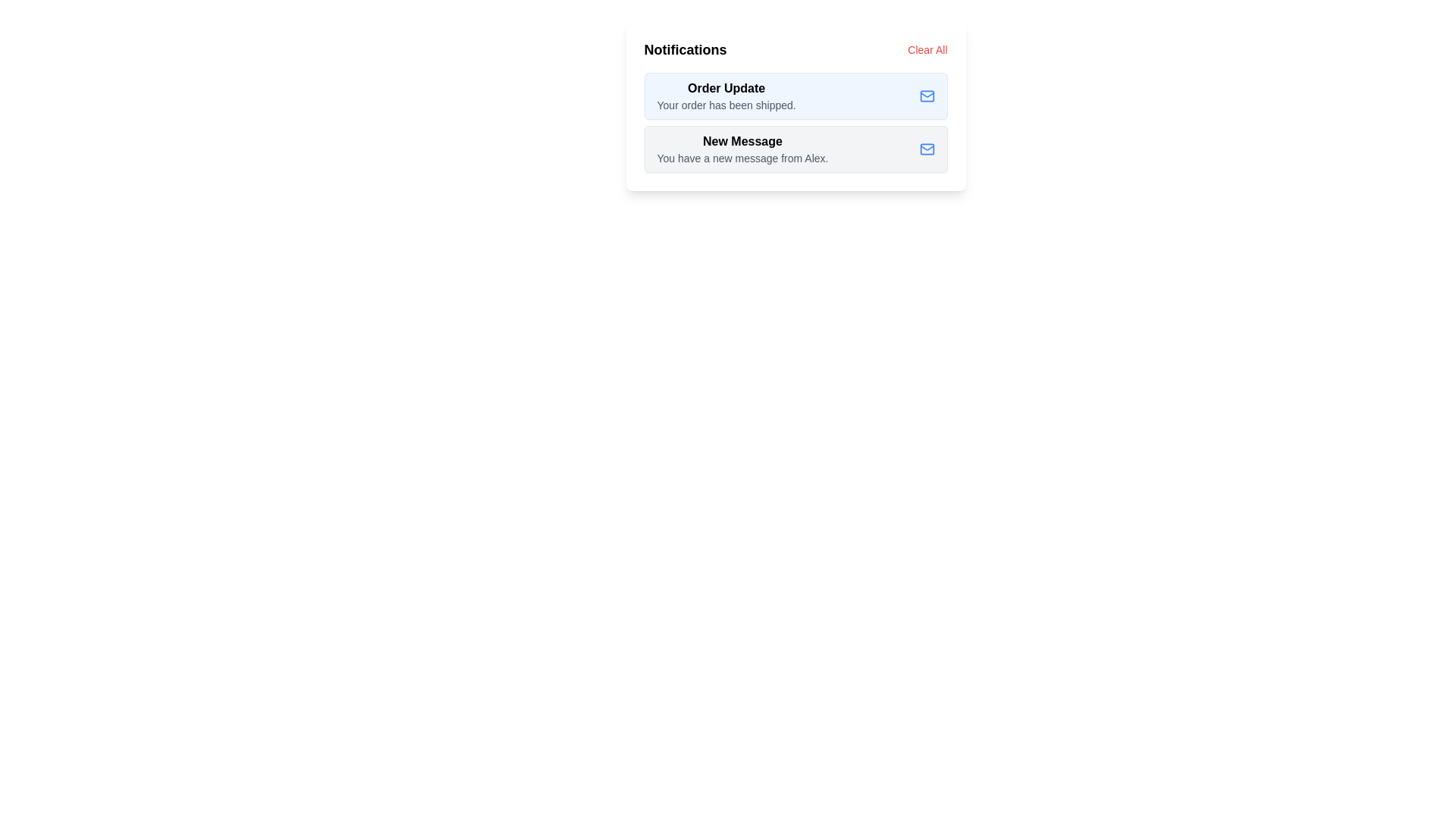 The width and height of the screenshot is (1456, 819). What do you see at coordinates (742, 158) in the screenshot?
I see `text snippet that says 'You have a new message from Alex.' which is styled in gray and located under the 'New Message' title in the Notifications section` at bounding box center [742, 158].